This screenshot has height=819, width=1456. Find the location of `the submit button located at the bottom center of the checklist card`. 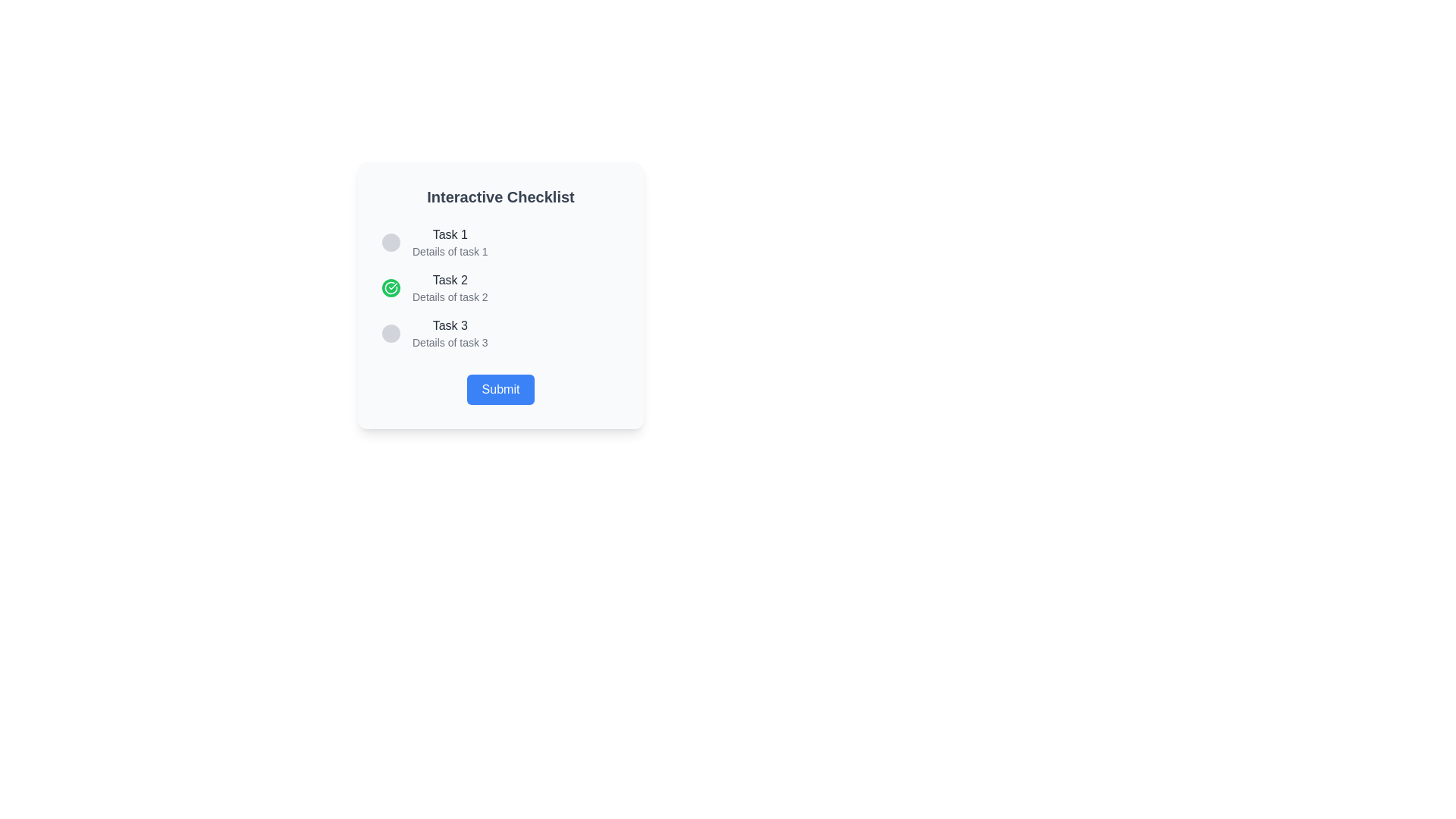

the submit button located at the bottom center of the checklist card is located at coordinates (500, 388).